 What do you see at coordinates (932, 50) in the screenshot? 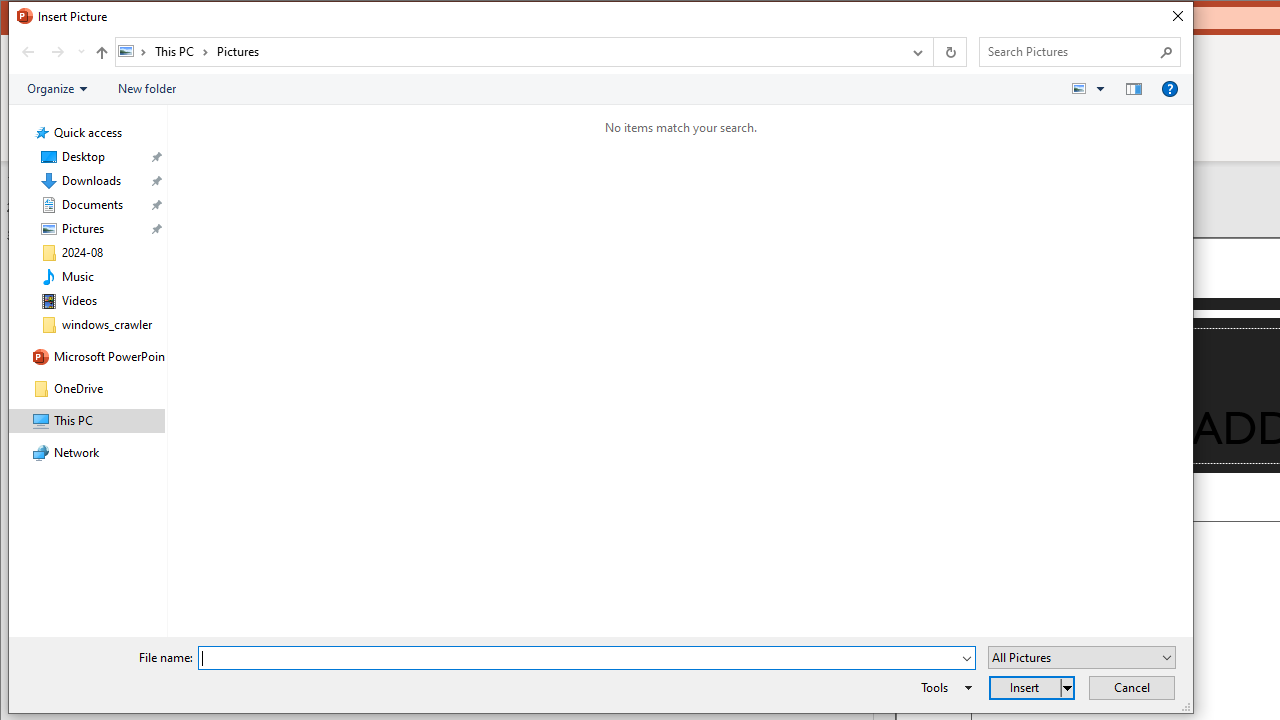
I see `'Address band toolbar'` at bounding box center [932, 50].